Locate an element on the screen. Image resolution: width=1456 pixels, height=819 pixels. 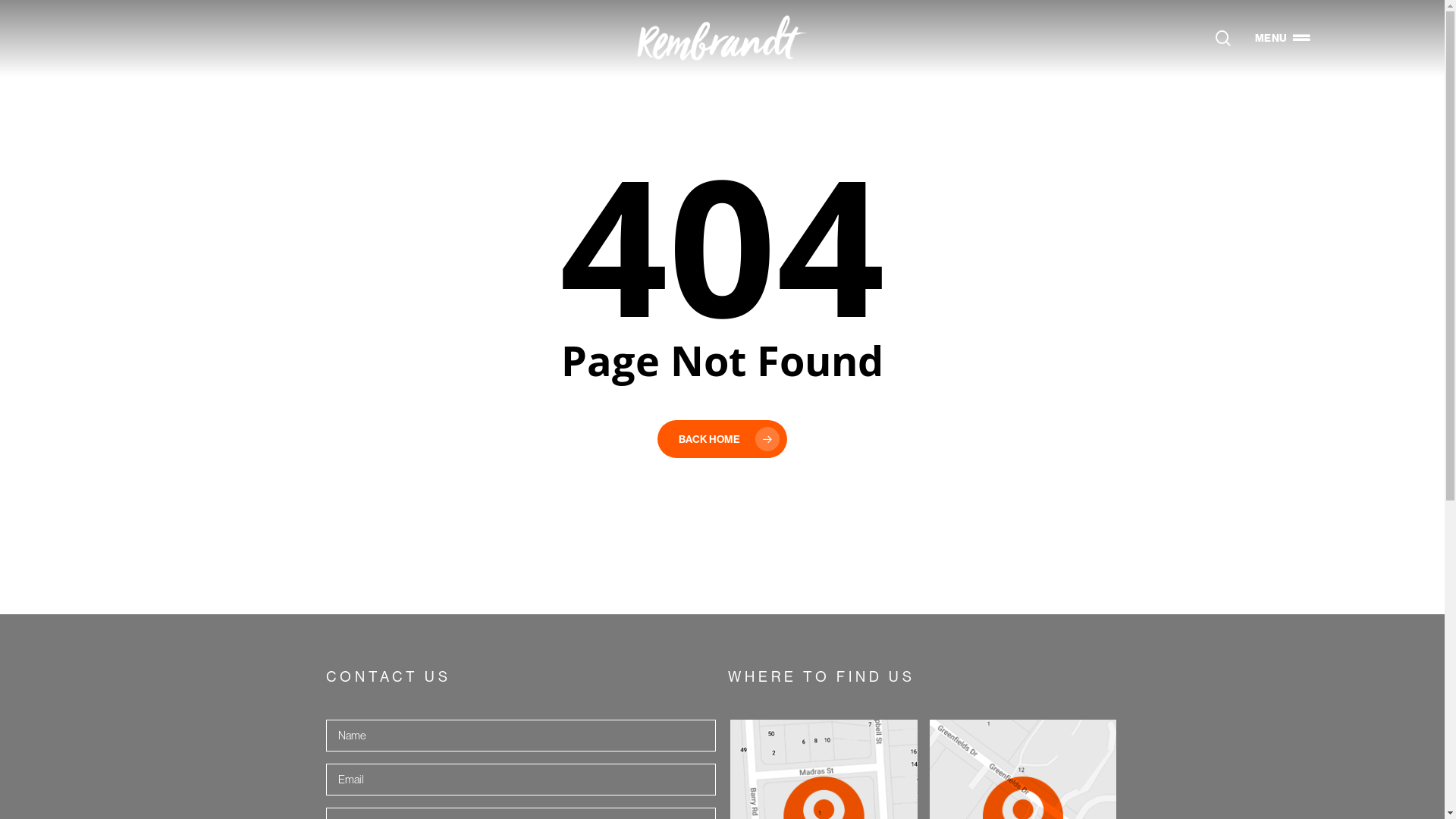
'BACK HOME' is located at coordinates (657, 438).